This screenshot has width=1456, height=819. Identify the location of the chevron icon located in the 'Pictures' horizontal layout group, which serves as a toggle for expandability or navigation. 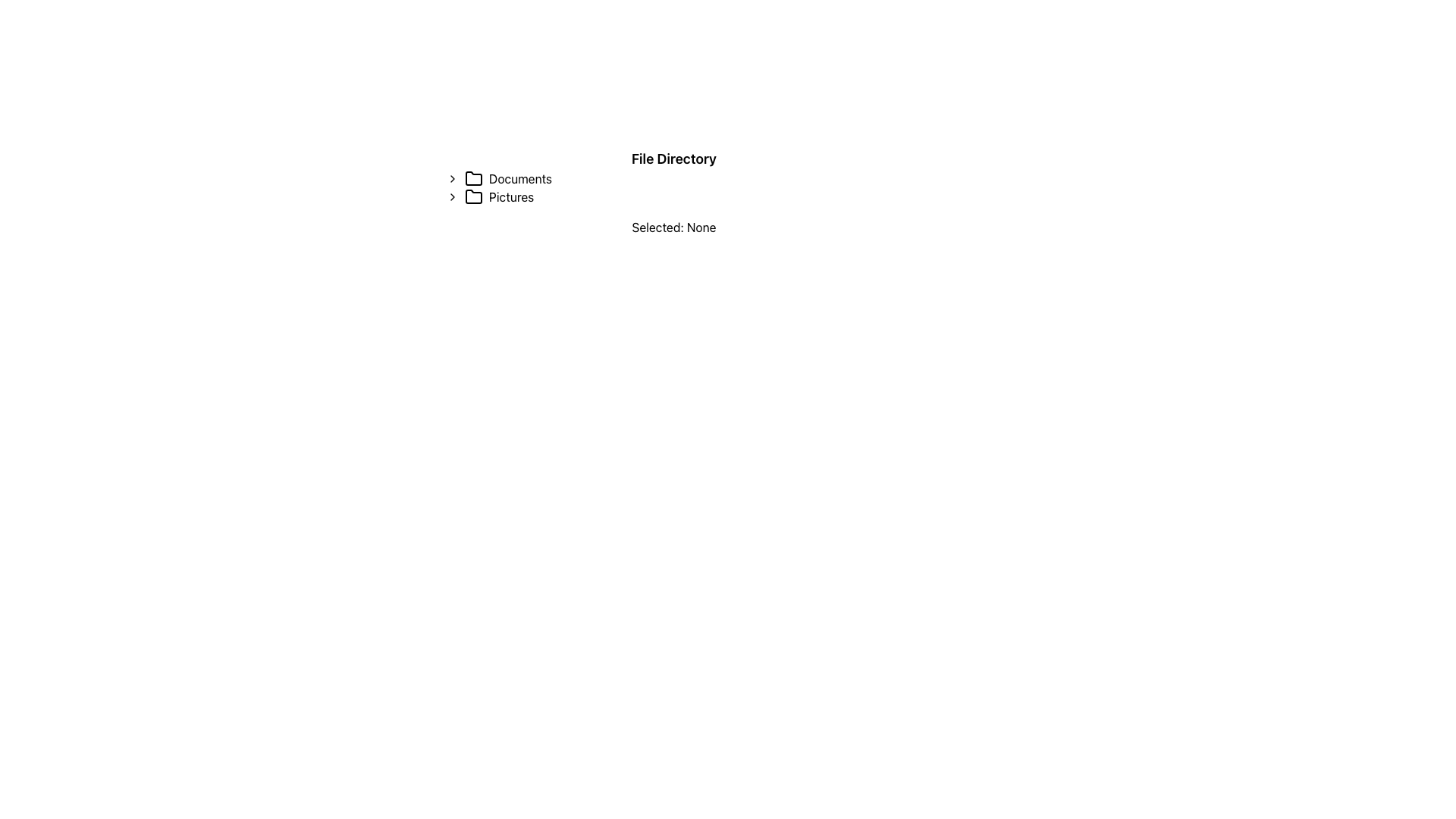
(451, 196).